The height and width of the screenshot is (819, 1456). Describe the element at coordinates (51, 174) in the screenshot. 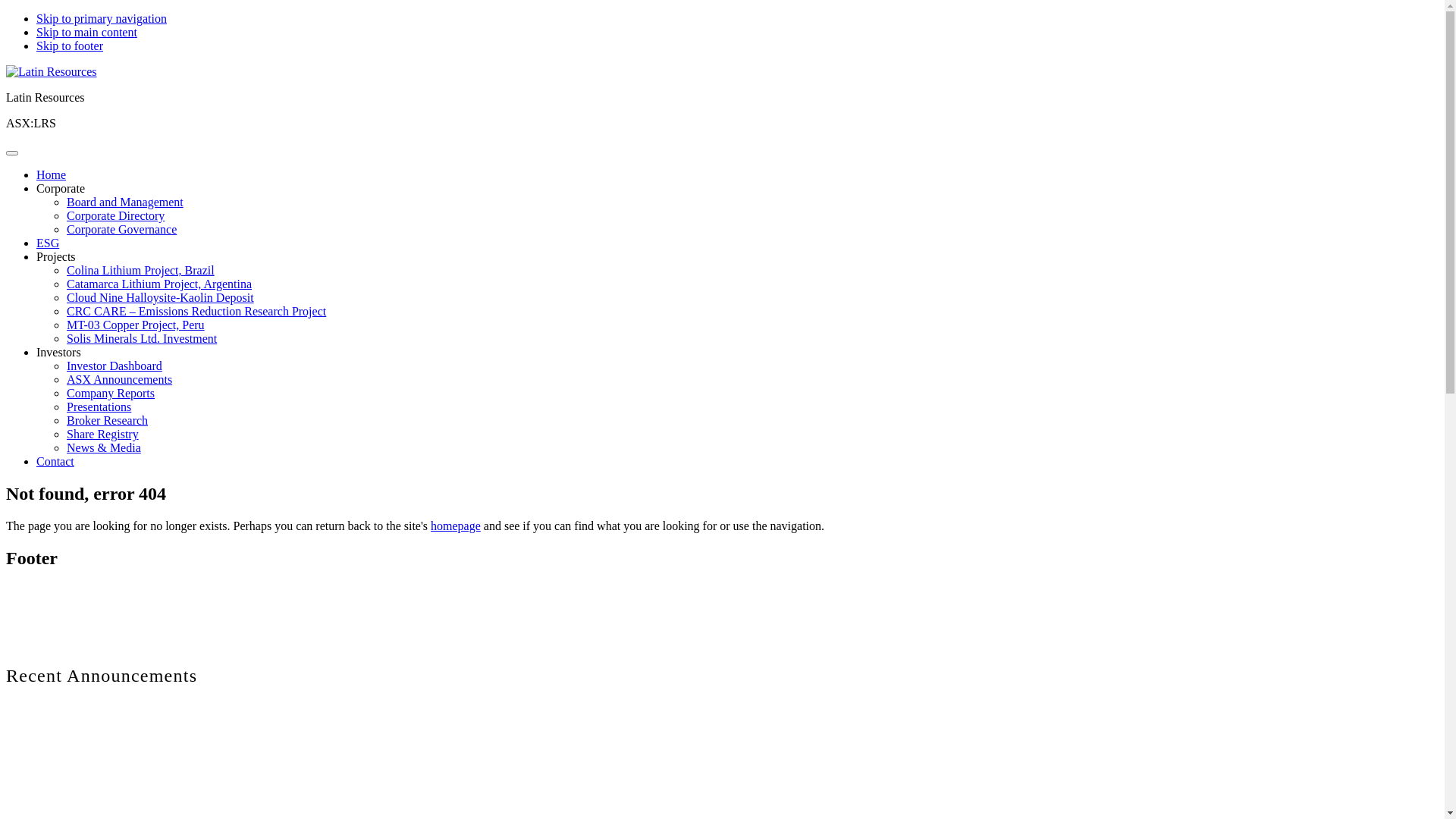

I see `'Home'` at that location.